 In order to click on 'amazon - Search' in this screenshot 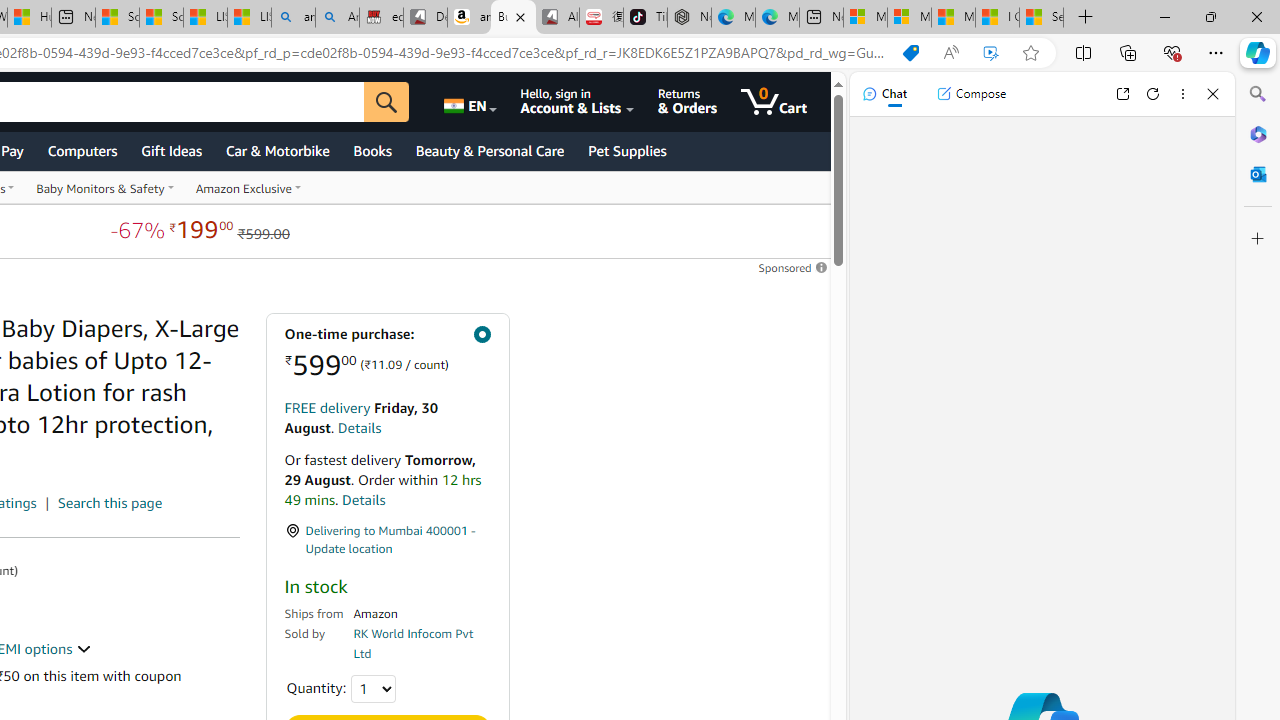, I will do `click(292, 17)`.